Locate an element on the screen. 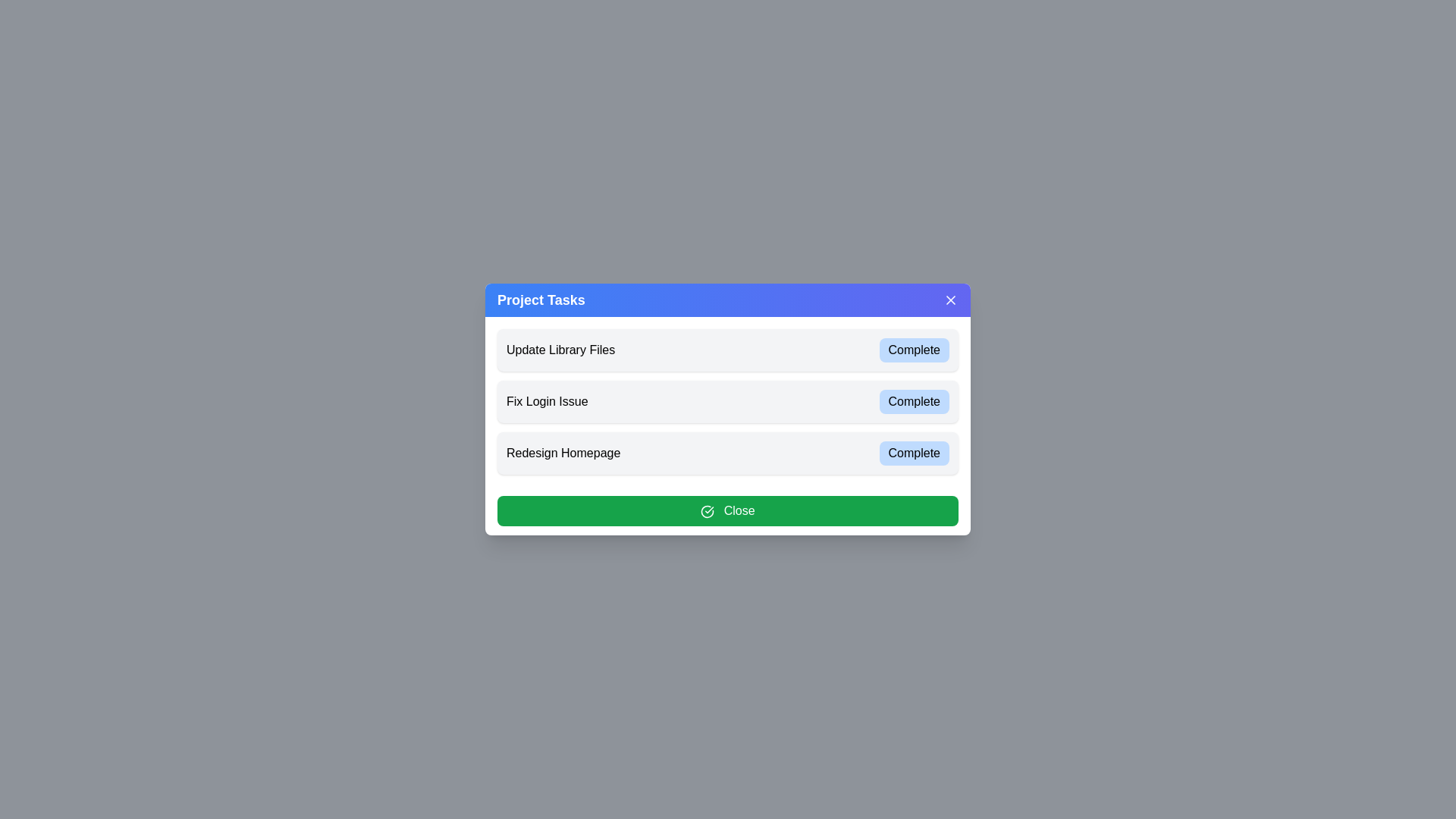  the horizontal bar labeled 'Update Library Files' which contains the 'Complete' button on the right is located at coordinates (728, 350).